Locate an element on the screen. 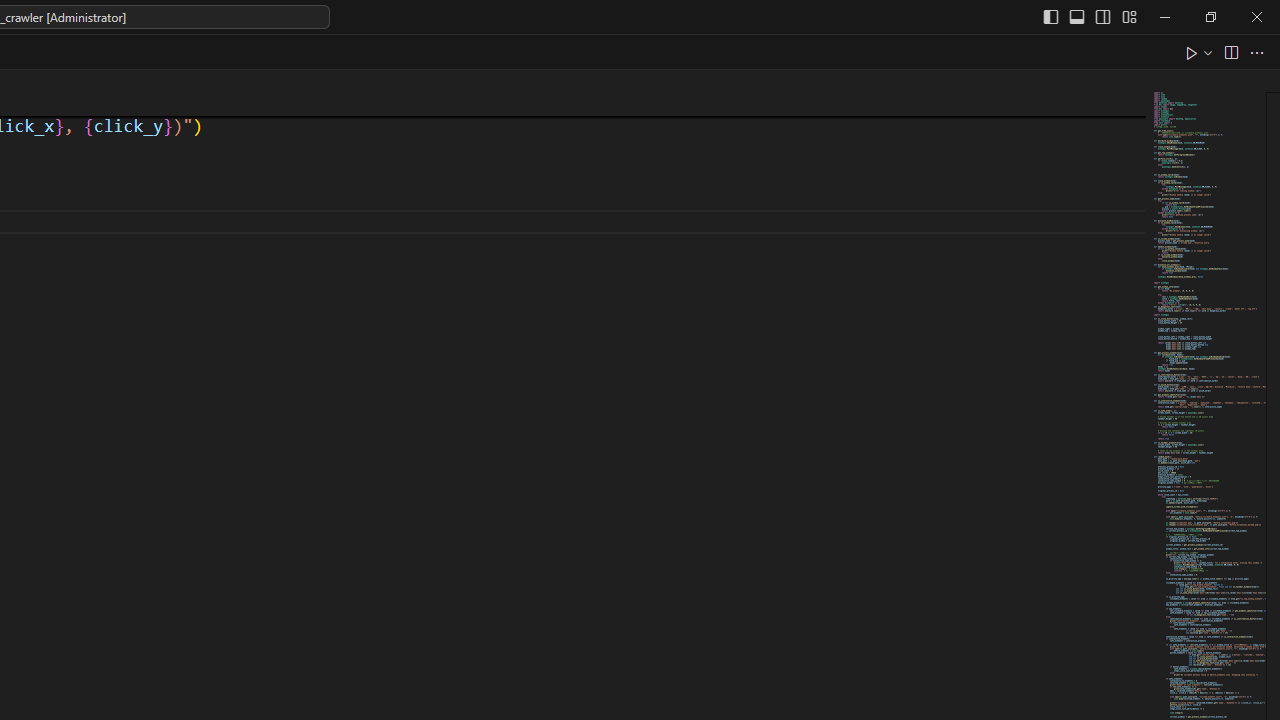 Image resolution: width=1280 pixels, height=720 pixels. 'Run Python File' is located at coordinates (1192, 51).